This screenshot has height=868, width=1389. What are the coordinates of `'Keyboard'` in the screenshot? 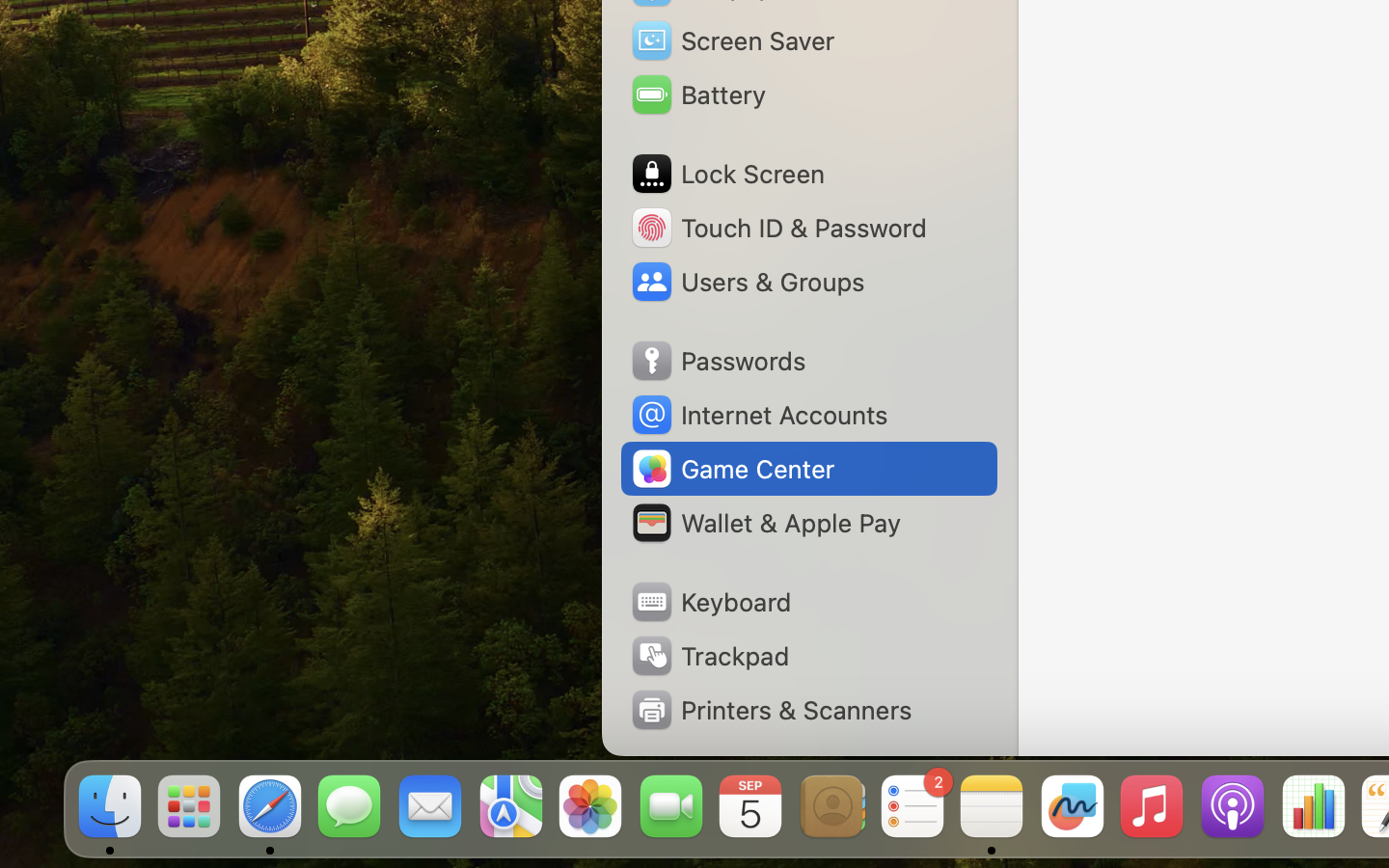 It's located at (708, 601).